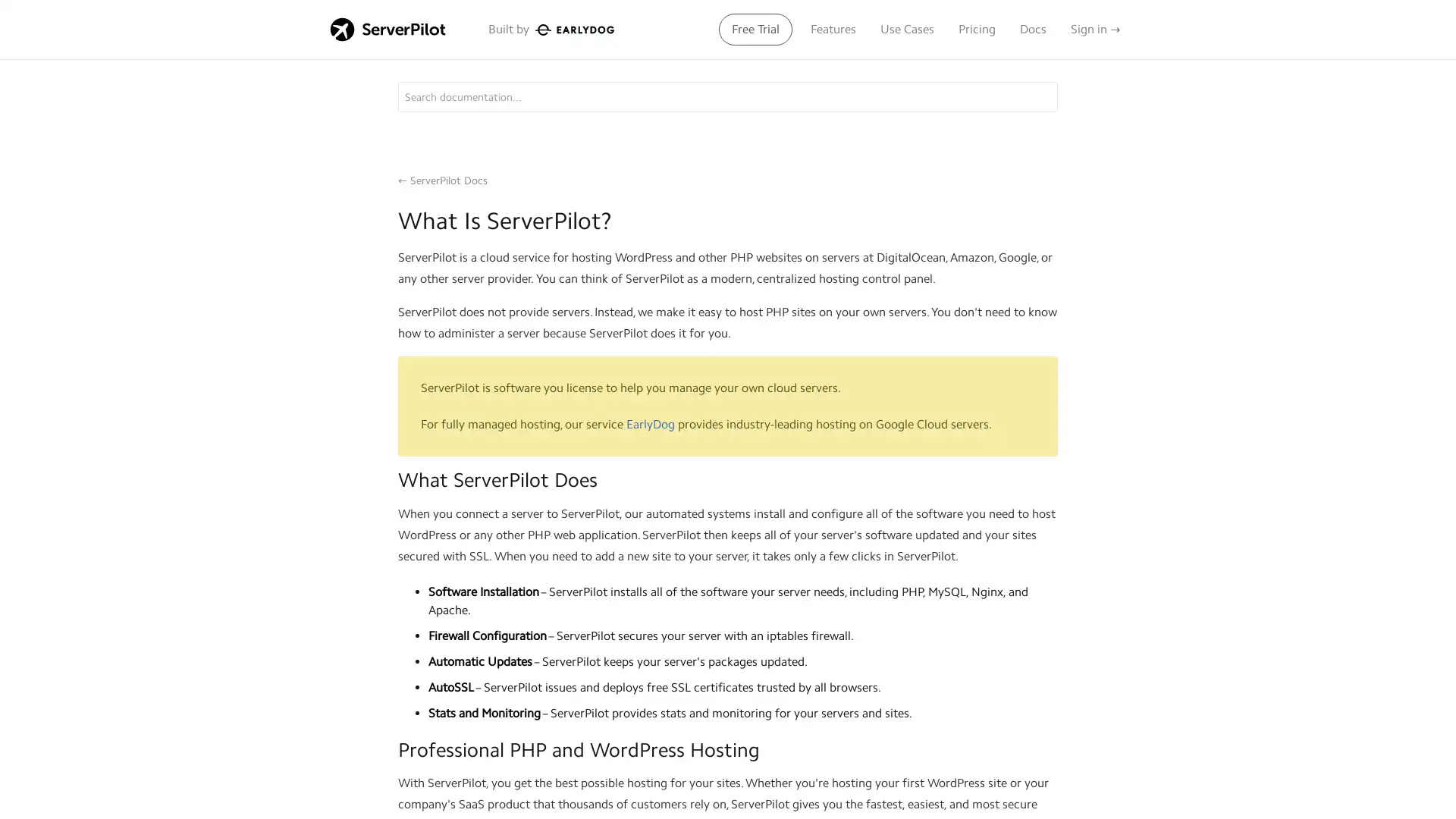 Image resolution: width=1456 pixels, height=819 pixels. Describe the element at coordinates (977, 29) in the screenshot. I see `Pricing` at that location.